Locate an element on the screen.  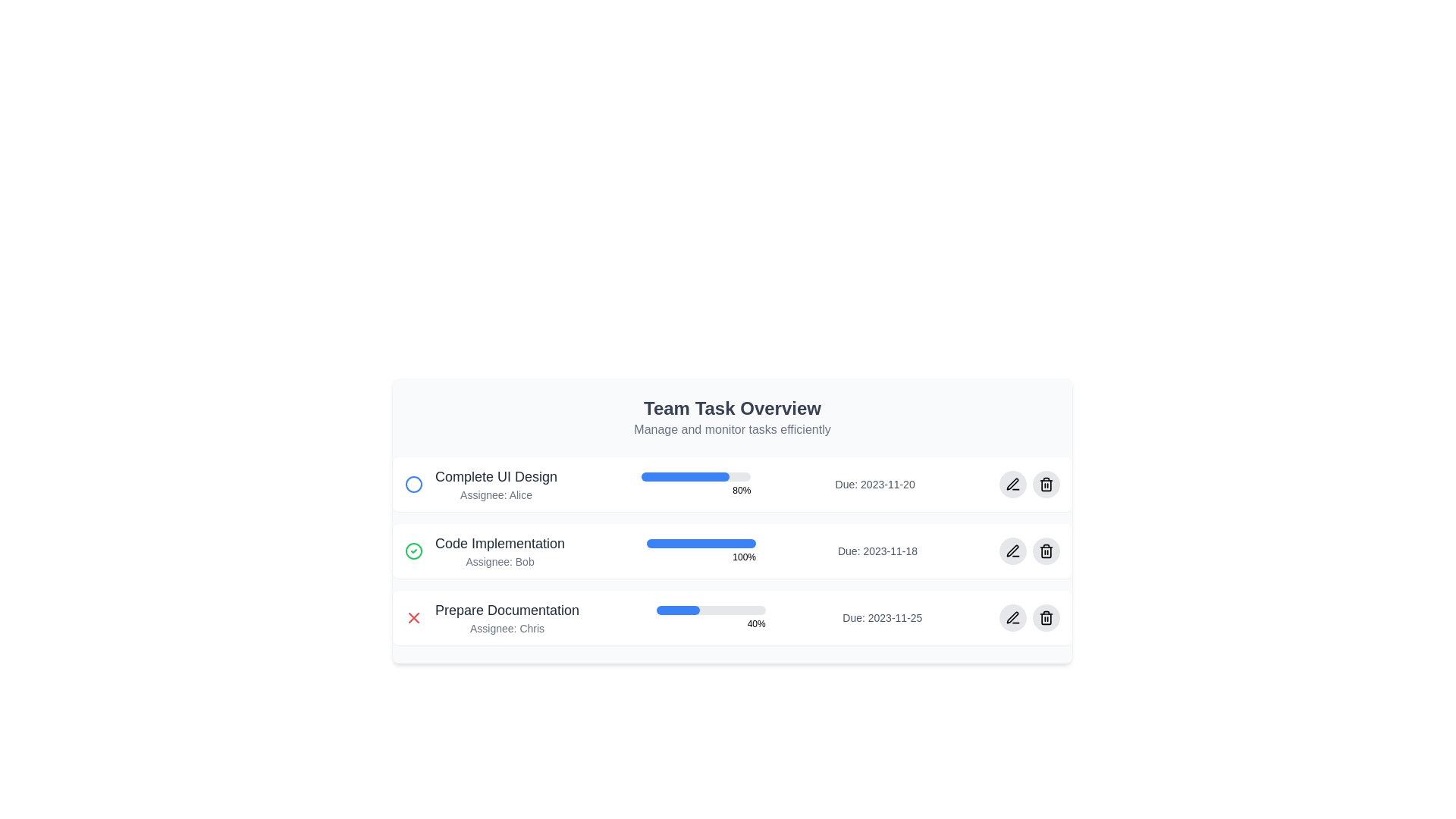
to select the third task entry in the task management interface, which provides details about the task such as title, assignee, and due date is located at coordinates (732, 617).